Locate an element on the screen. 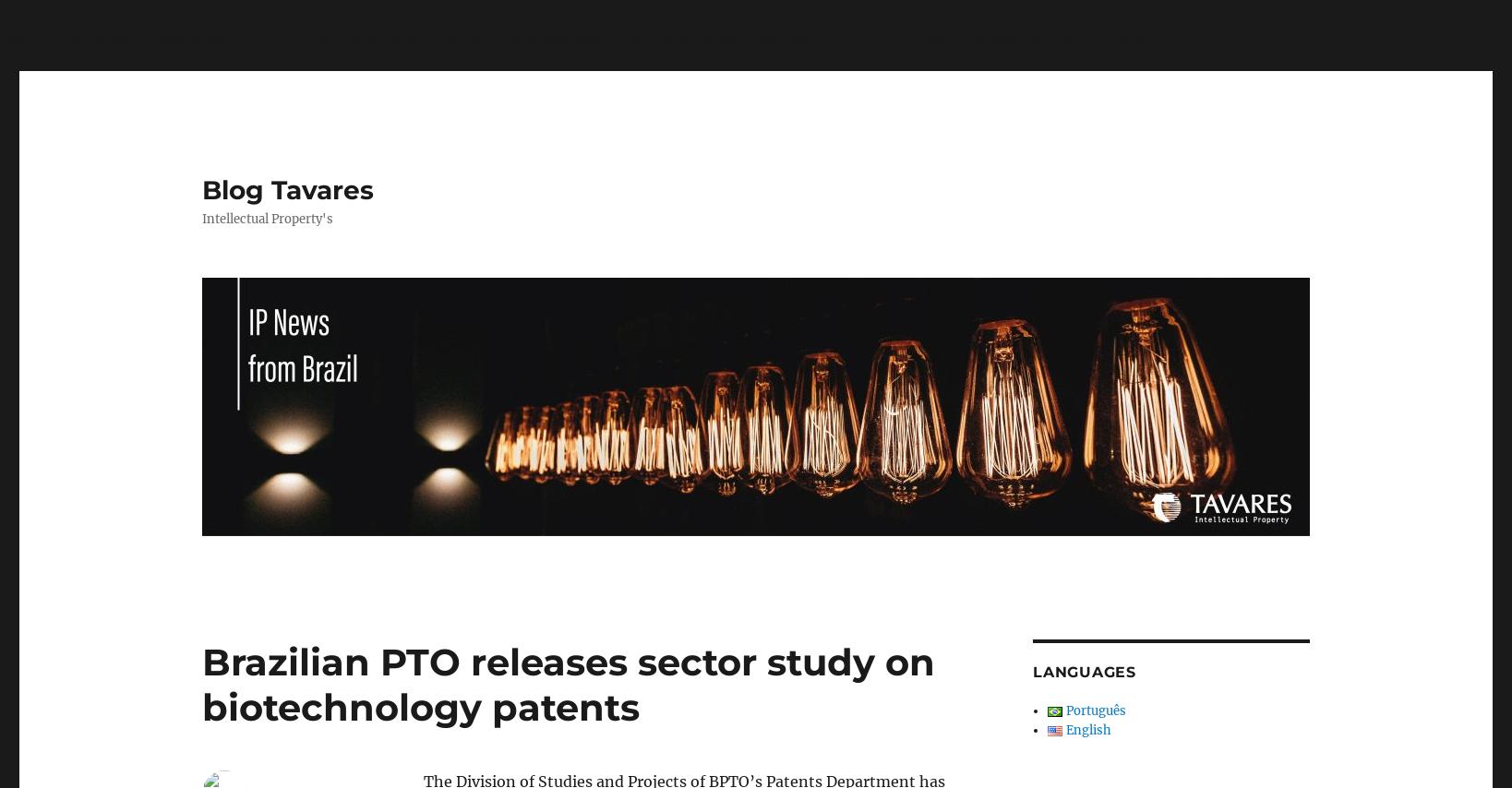 Image resolution: width=1512 pixels, height=788 pixels. 'Português' is located at coordinates (1095, 710).